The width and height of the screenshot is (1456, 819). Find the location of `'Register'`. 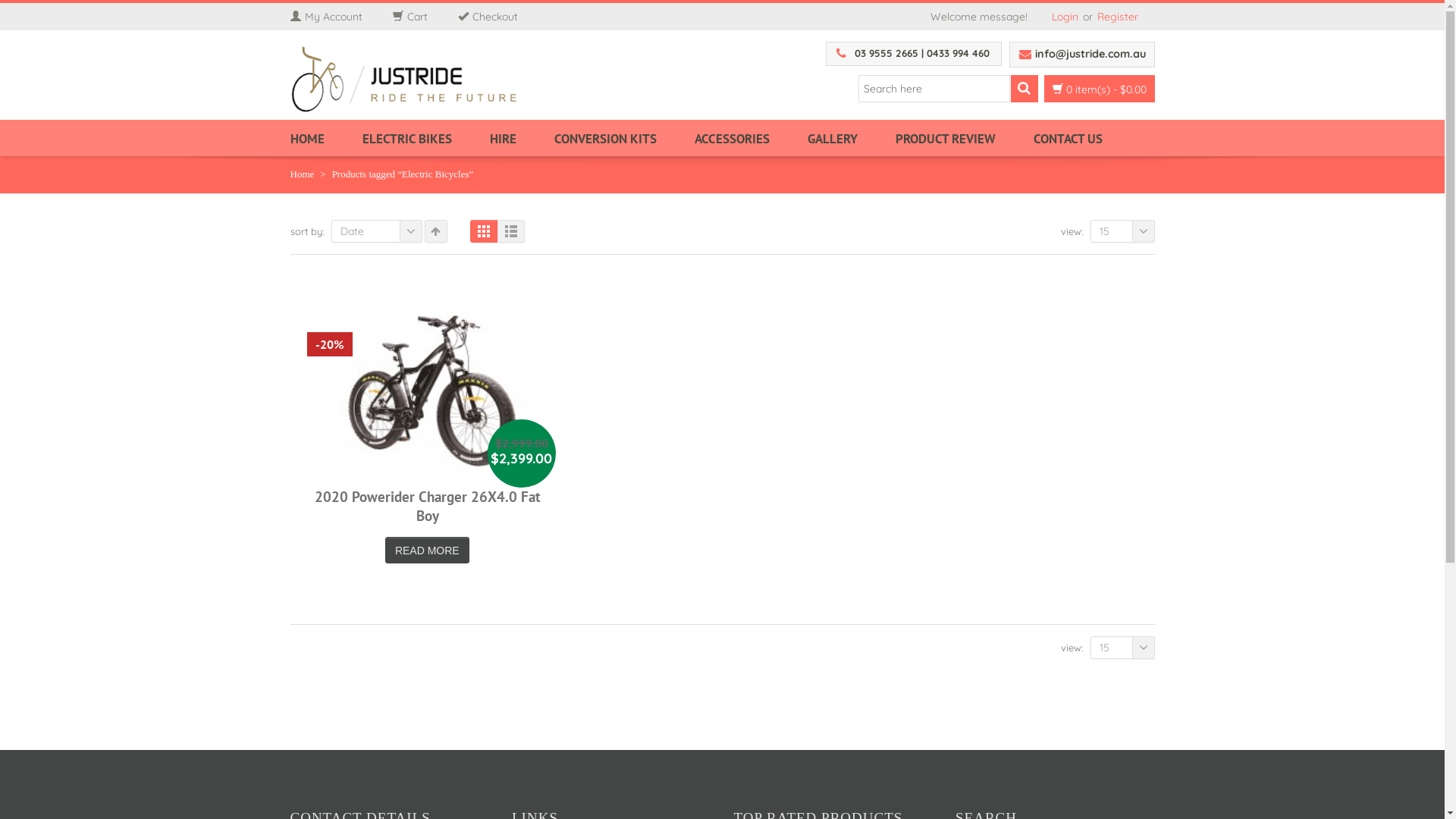

'Register' is located at coordinates (1095, 17).